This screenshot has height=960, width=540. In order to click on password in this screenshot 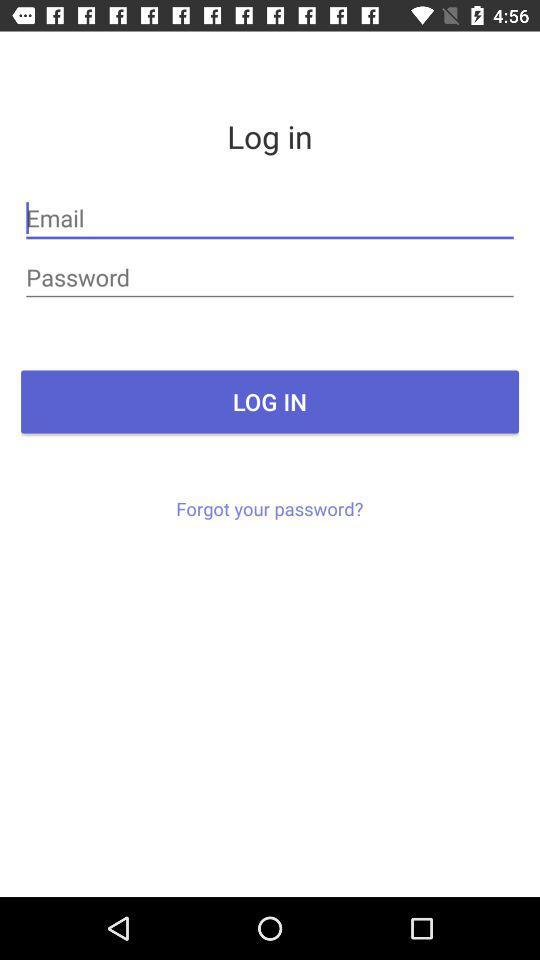, I will do `click(270, 276)`.